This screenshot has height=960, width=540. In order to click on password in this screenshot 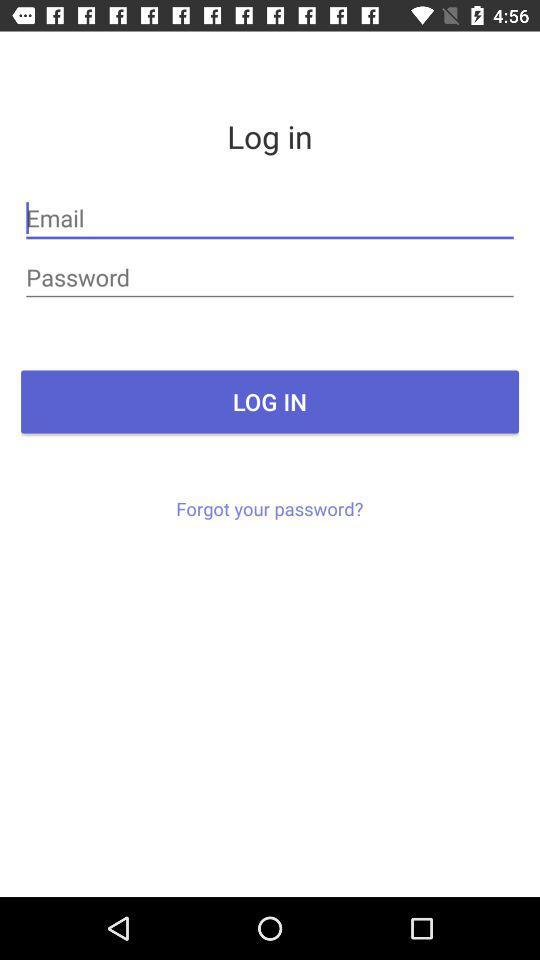, I will do `click(270, 276)`.